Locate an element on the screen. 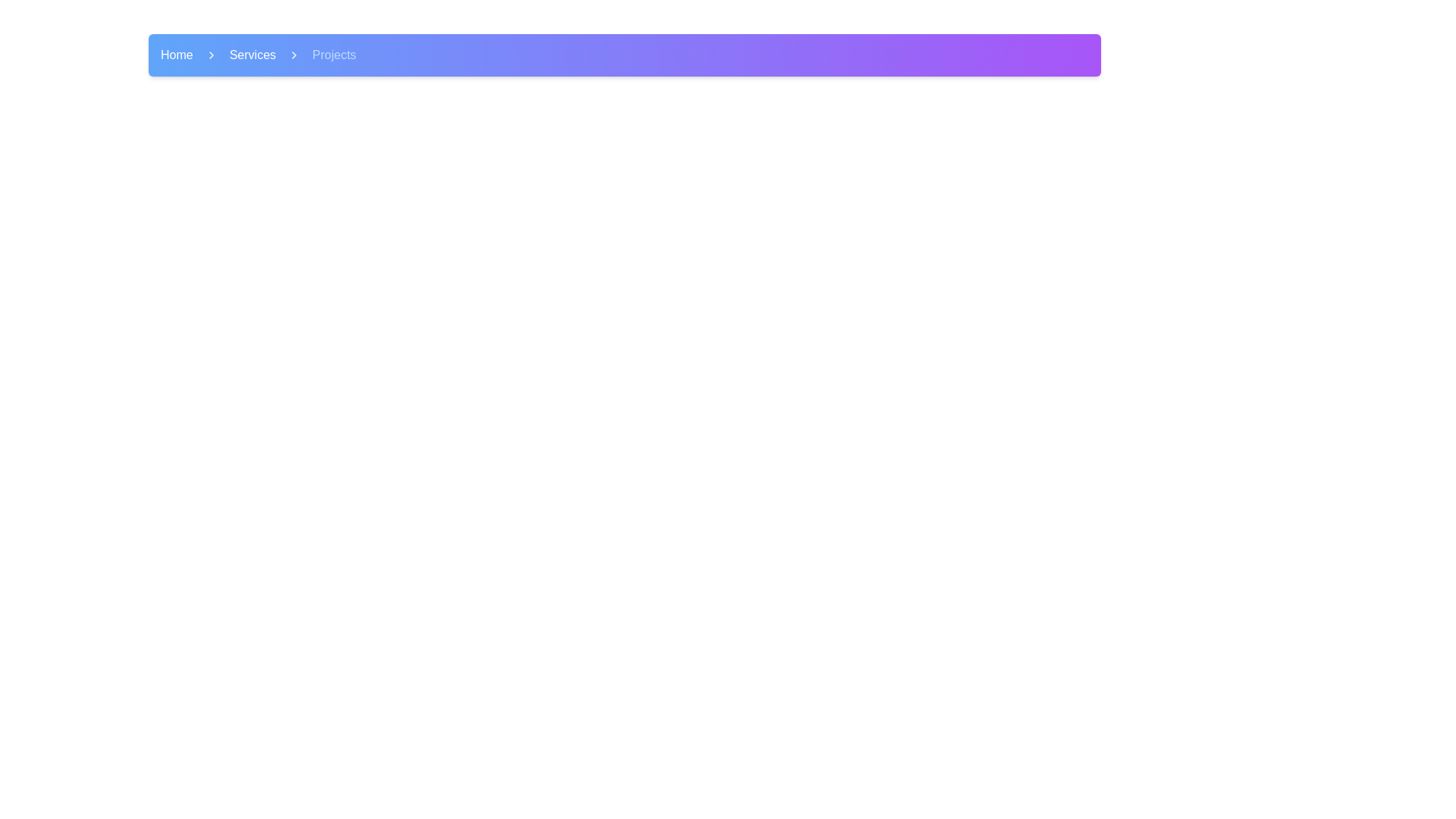 This screenshot has height=819, width=1456. the 'Services' text link in the breadcrumb navigation bar for keyboard navigation is located at coordinates (253, 55).